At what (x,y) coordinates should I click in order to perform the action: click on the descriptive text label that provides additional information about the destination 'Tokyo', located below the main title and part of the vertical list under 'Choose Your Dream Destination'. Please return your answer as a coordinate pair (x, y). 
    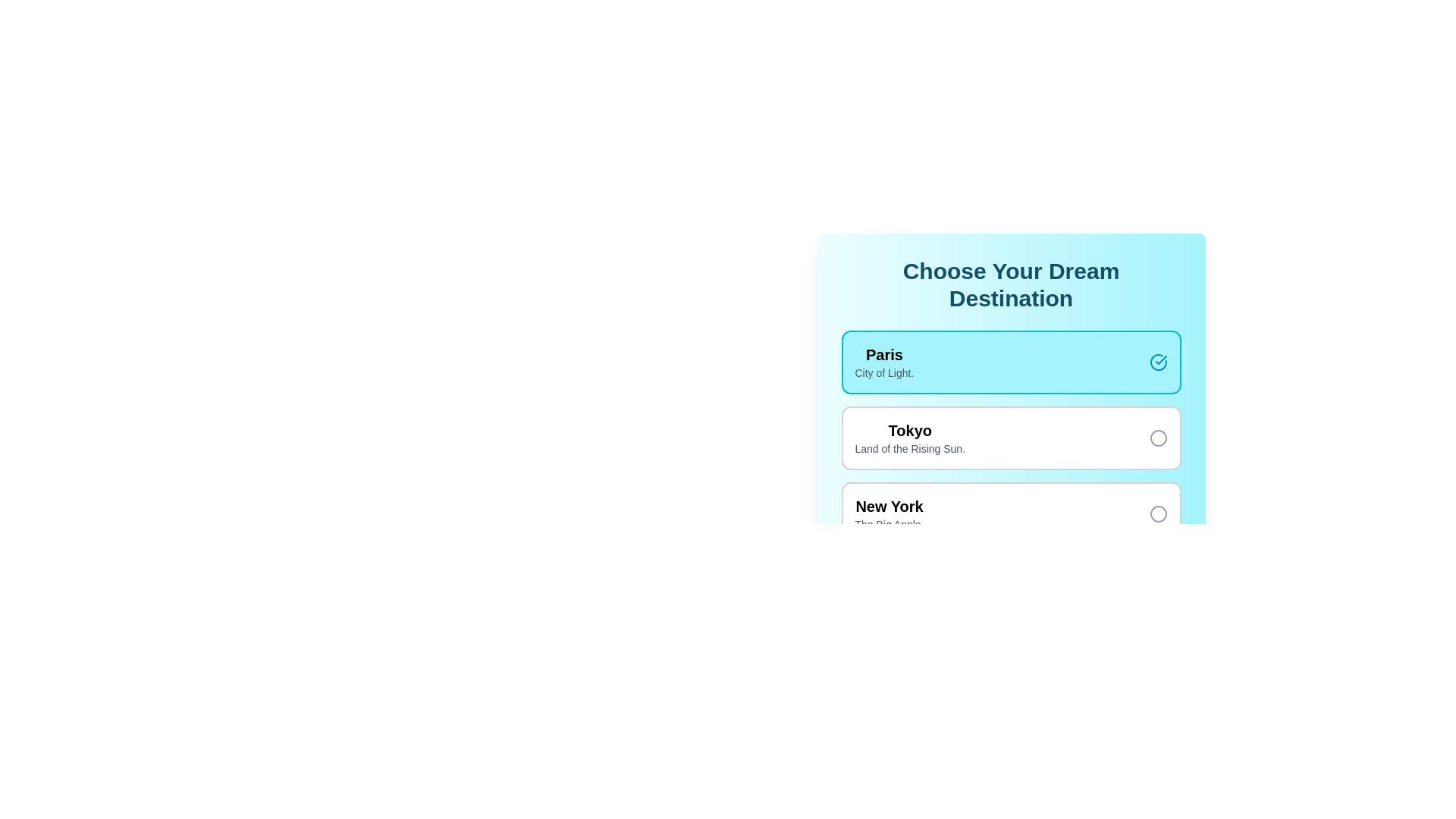
    Looking at the image, I should click on (910, 447).